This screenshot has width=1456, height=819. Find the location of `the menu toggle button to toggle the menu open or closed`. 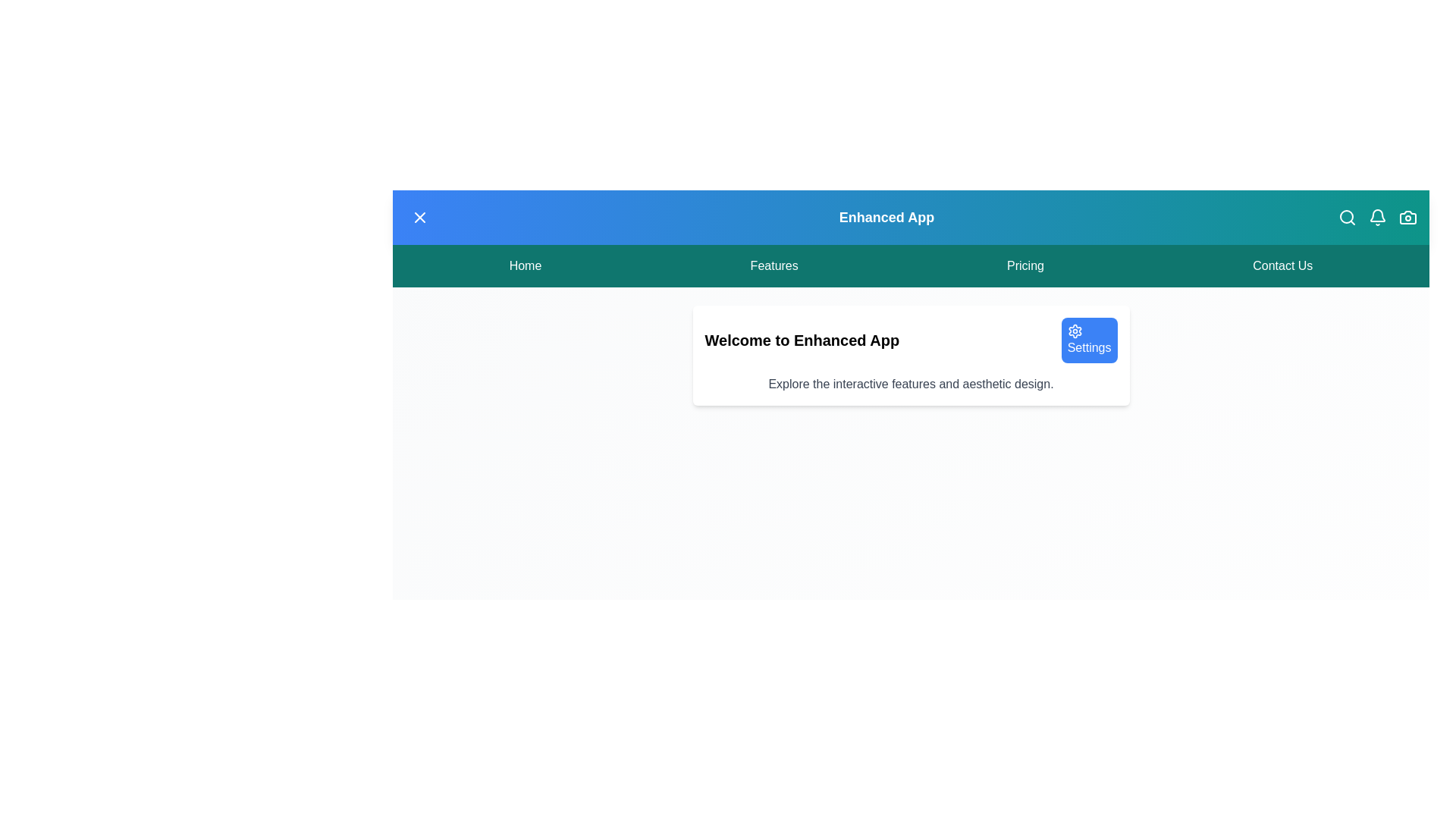

the menu toggle button to toggle the menu open or closed is located at coordinates (419, 217).